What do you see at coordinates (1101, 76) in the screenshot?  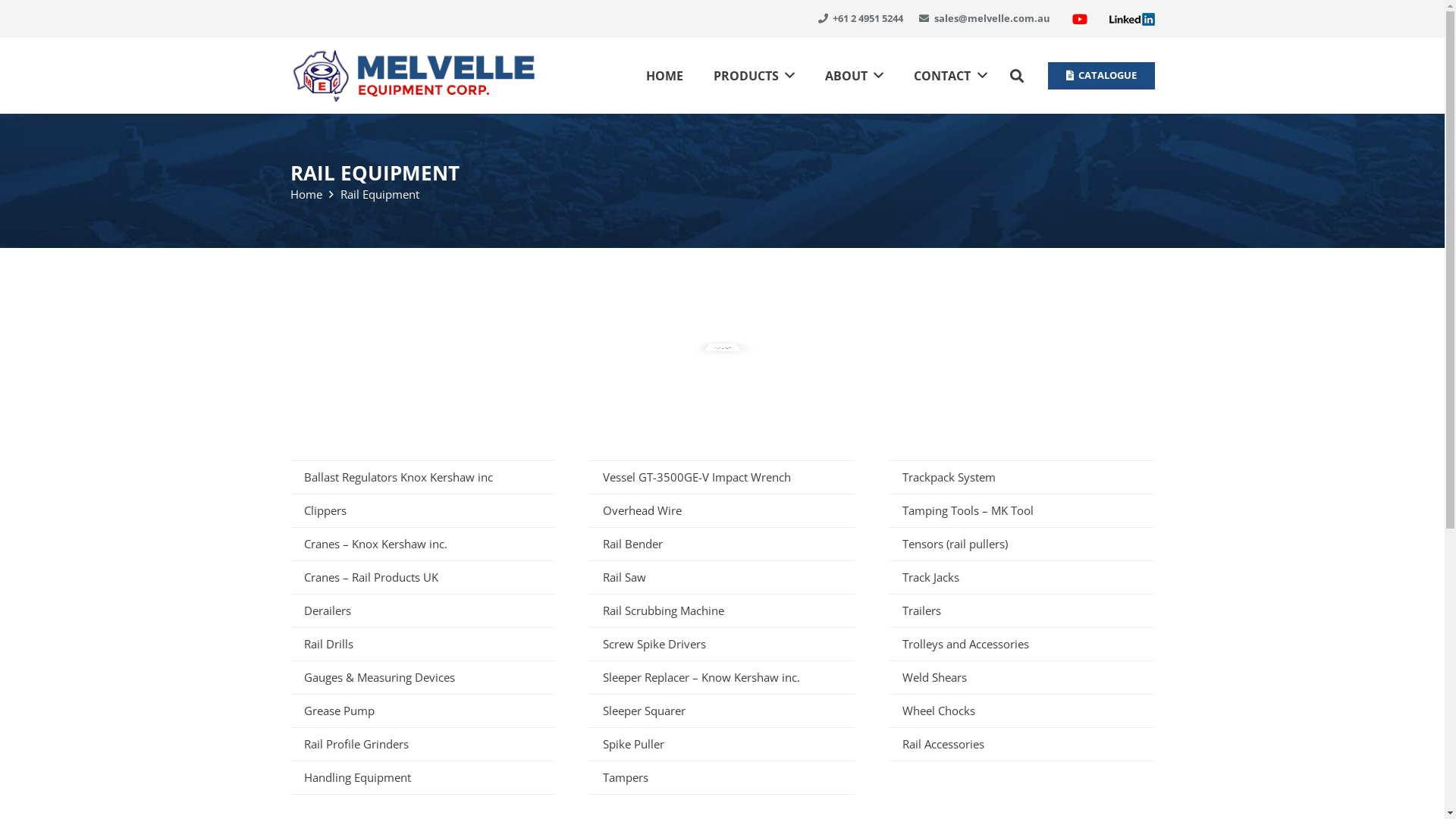 I see `'CATALOGUE'` at bounding box center [1101, 76].